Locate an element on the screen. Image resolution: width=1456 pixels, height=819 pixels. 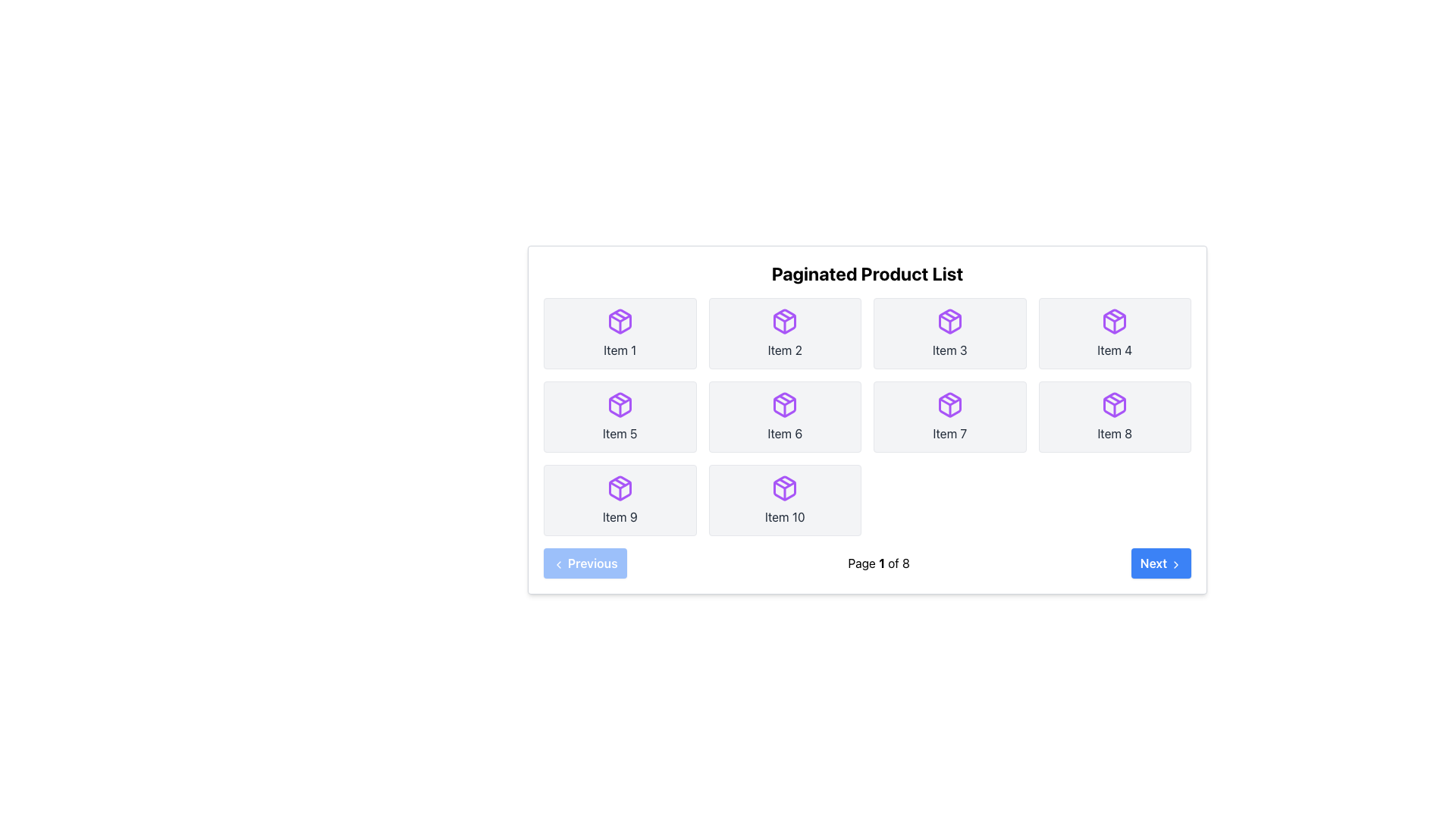
the icon resembling a 3D box with purple lines and shading, located in the third row, second column of the grid layout, part of the card labeled 'Item 7' is located at coordinates (949, 403).